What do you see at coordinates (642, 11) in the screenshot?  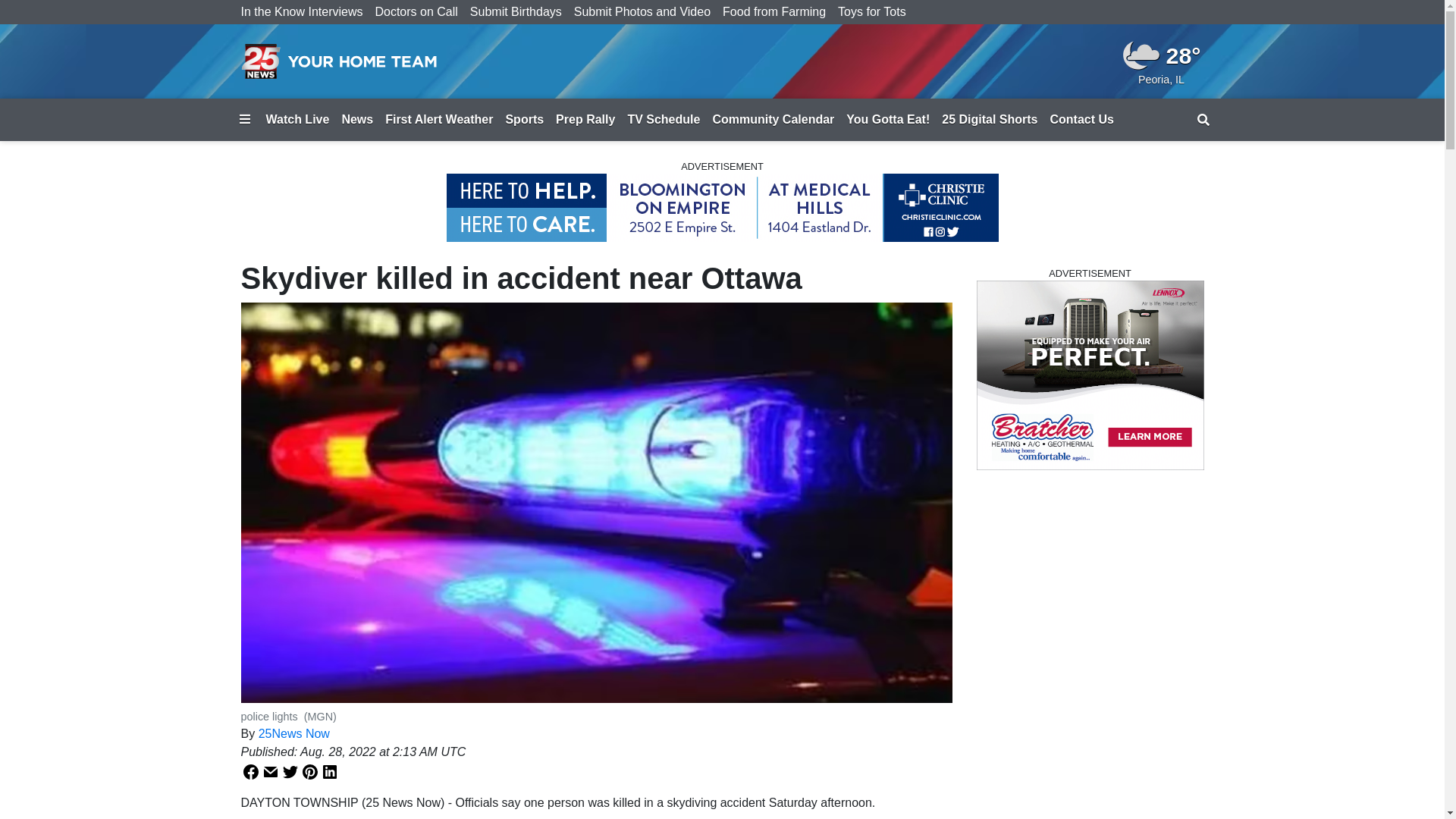 I see `'Submit Photos and Video'` at bounding box center [642, 11].